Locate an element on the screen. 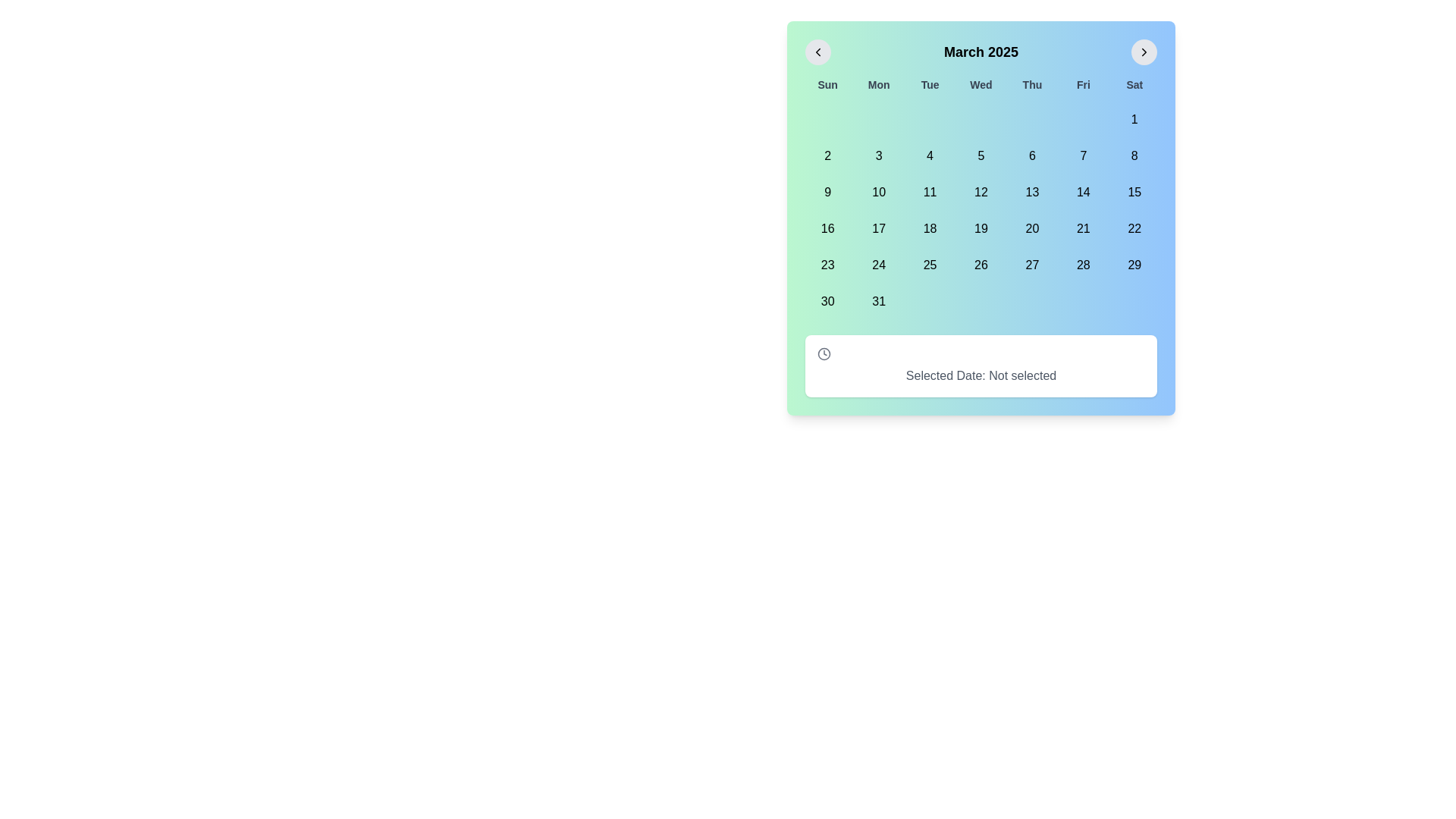 The image size is (1456, 819). the date selector button located in the fourth row and first column of the calendar is located at coordinates (827, 228).